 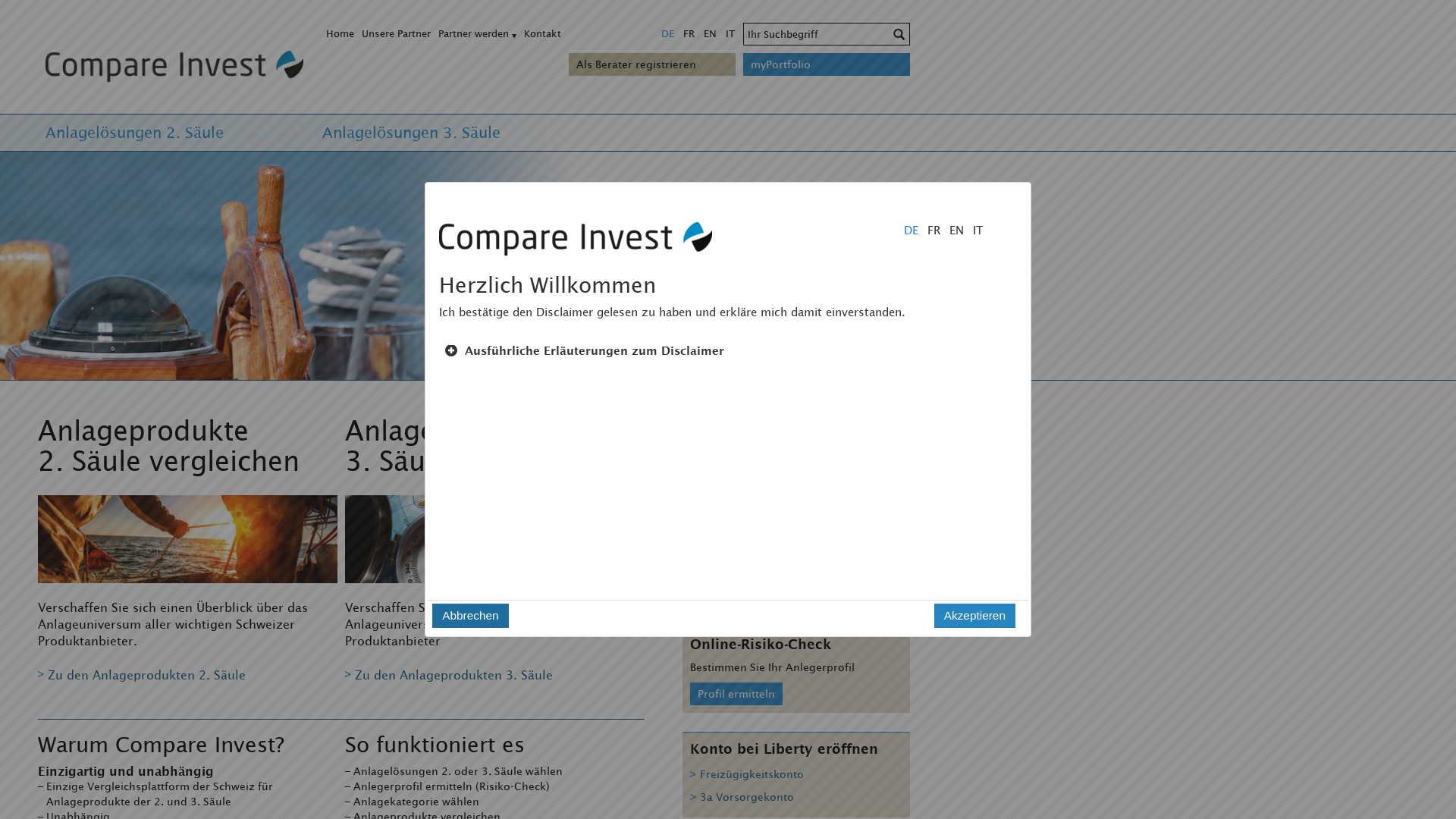 I want to click on 'IT', so click(x=730, y=33).